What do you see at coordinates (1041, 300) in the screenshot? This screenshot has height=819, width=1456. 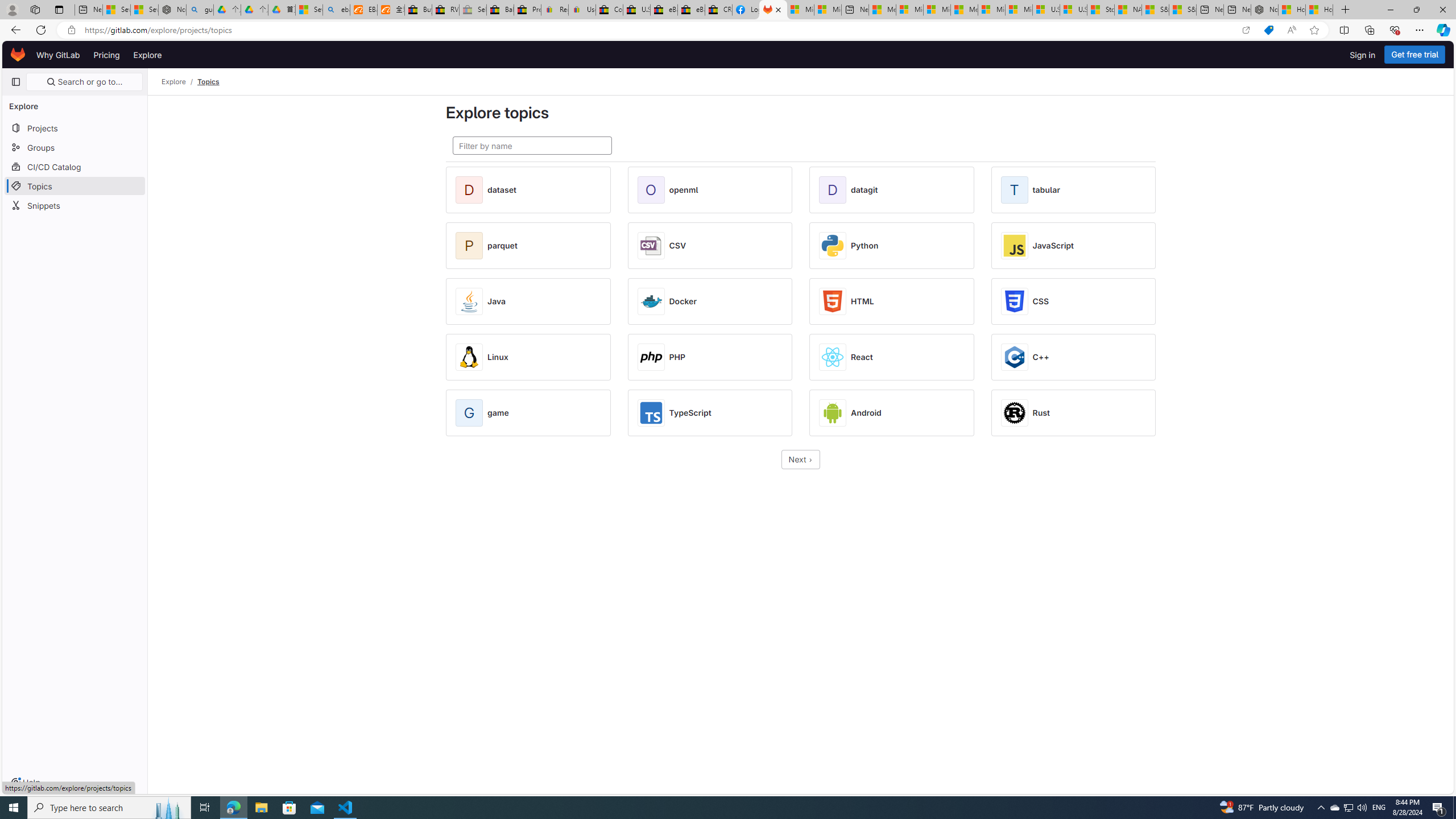 I see `'CSS'` at bounding box center [1041, 300].